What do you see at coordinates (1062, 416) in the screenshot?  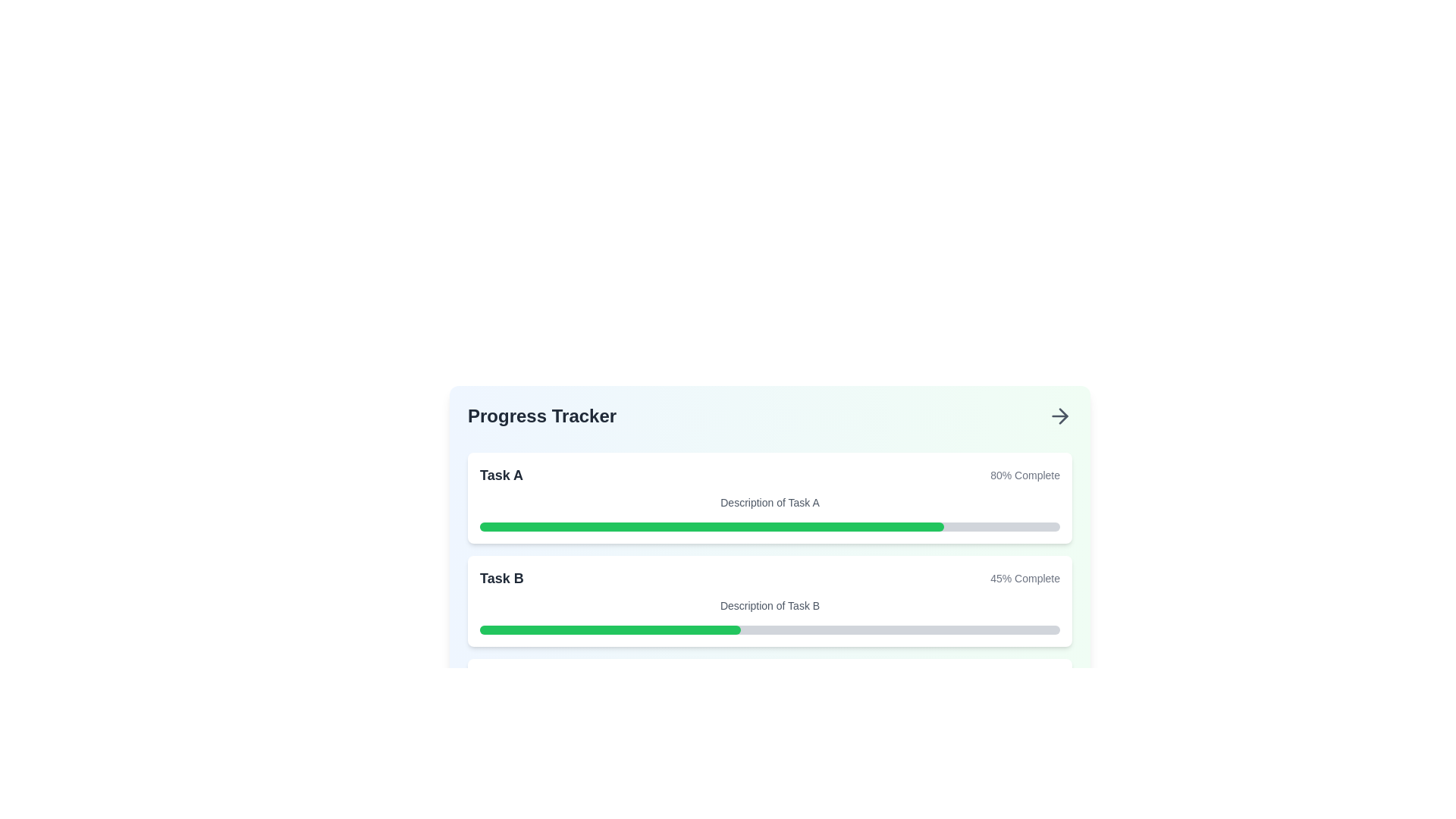 I see `the rightward-pointing arrow icon in the top-right corner of the tracker panel, which symbolizes navigation or progression` at bounding box center [1062, 416].